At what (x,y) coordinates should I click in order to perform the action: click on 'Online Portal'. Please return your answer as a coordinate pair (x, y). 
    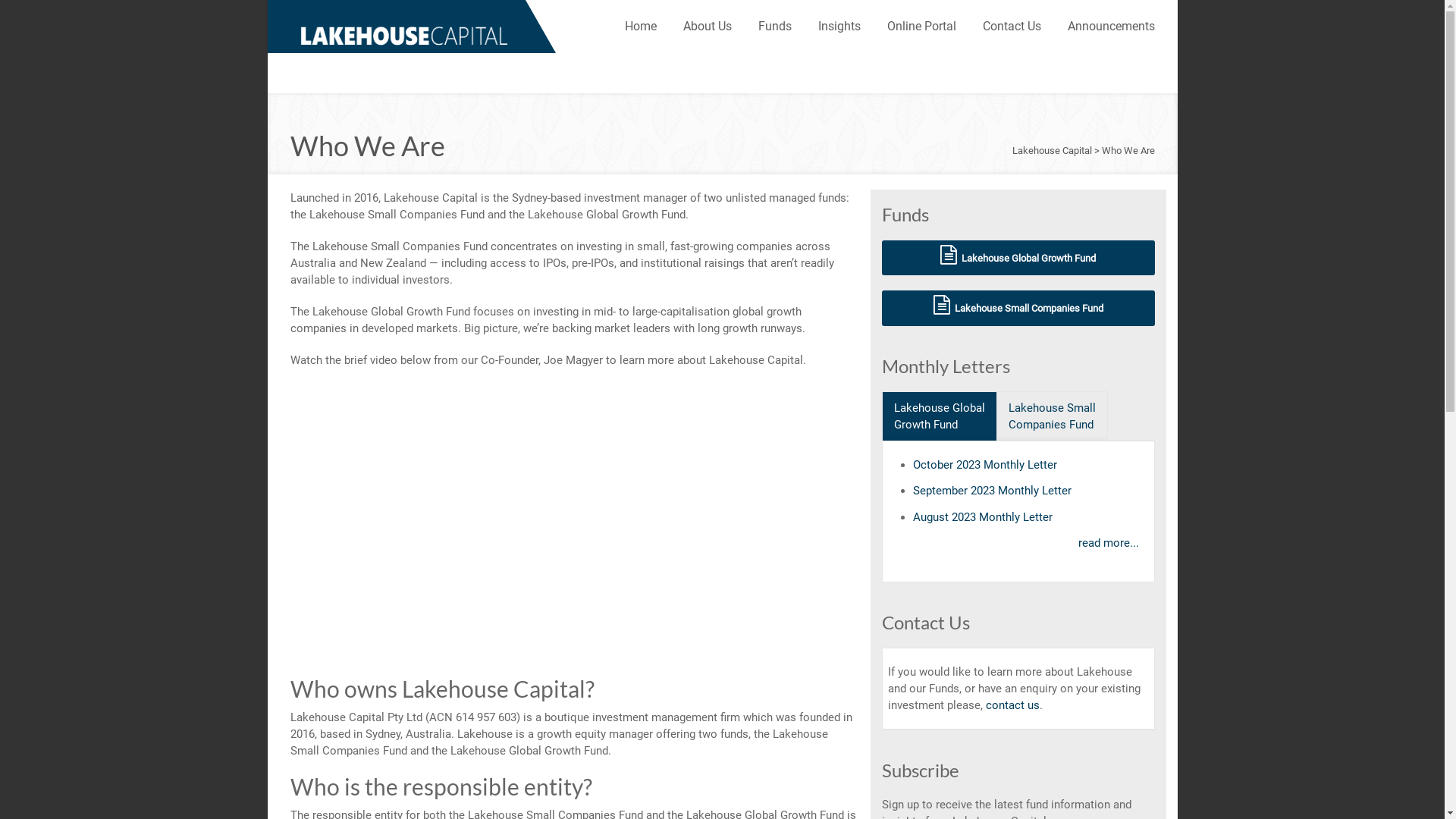
    Looking at the image, I should click on (921, 26).